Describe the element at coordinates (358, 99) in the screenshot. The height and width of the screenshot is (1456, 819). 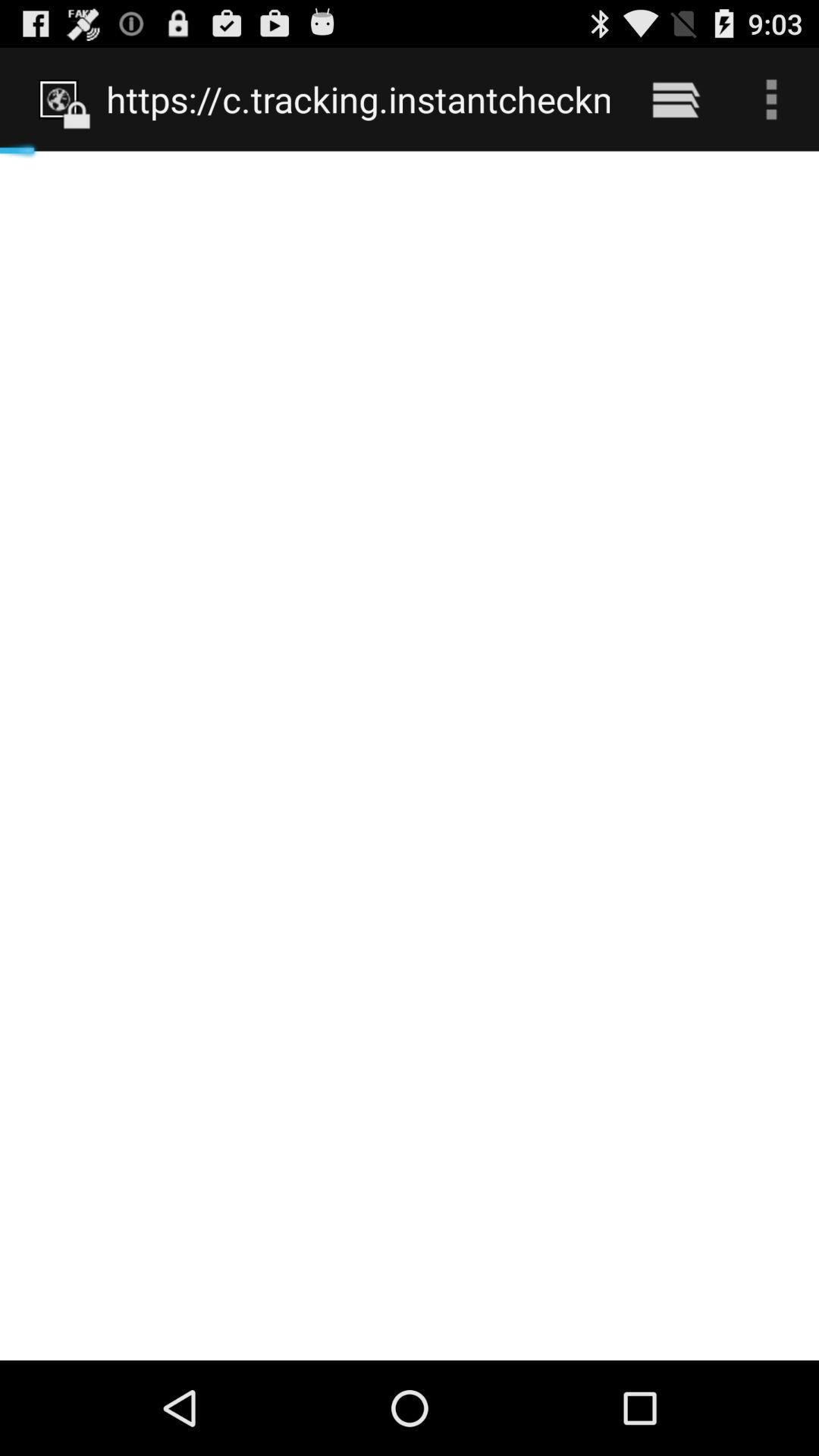
I see `https www phone` at that location.